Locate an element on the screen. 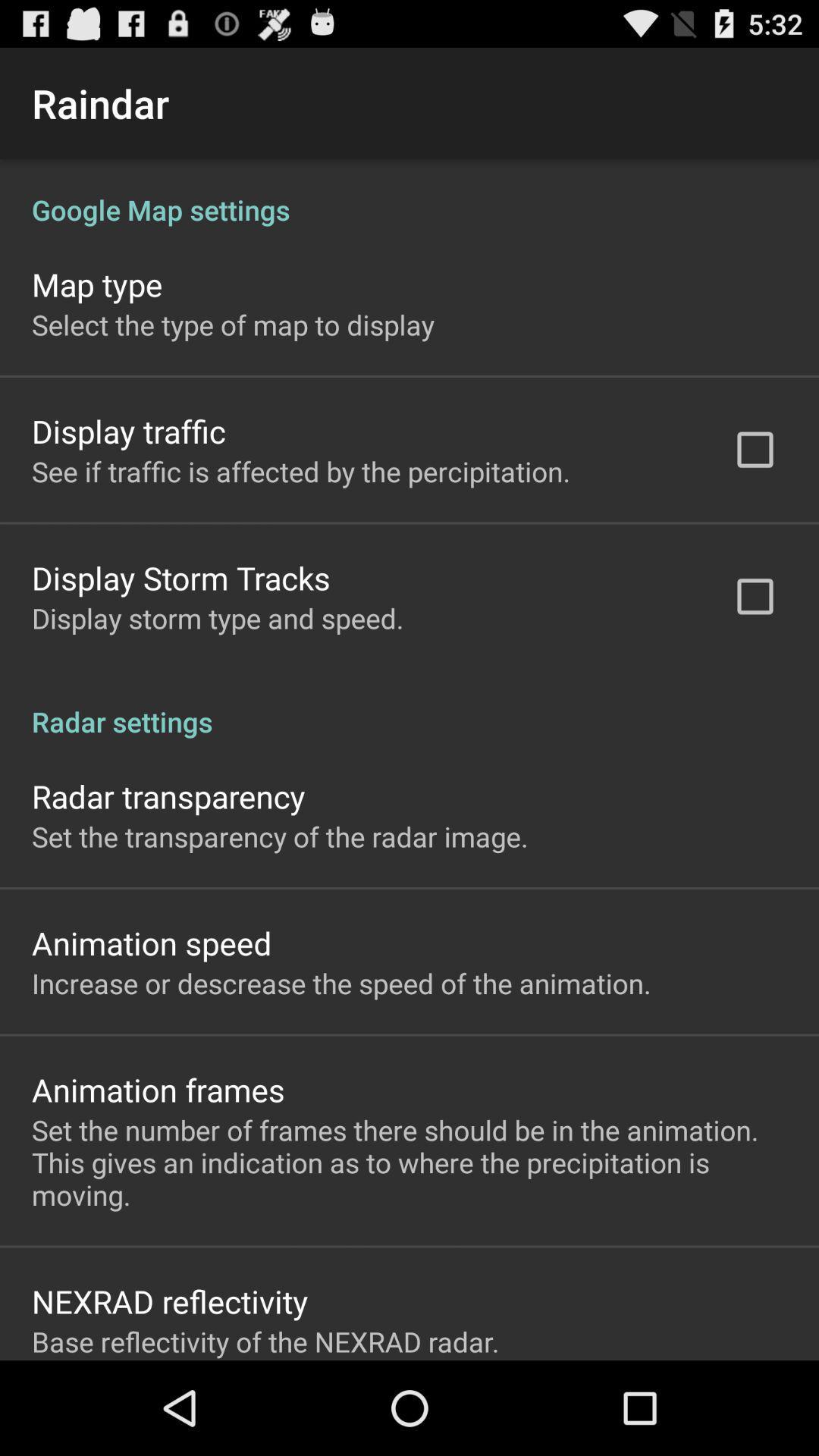  app below display traffic app is located at coordinates (301, 470).